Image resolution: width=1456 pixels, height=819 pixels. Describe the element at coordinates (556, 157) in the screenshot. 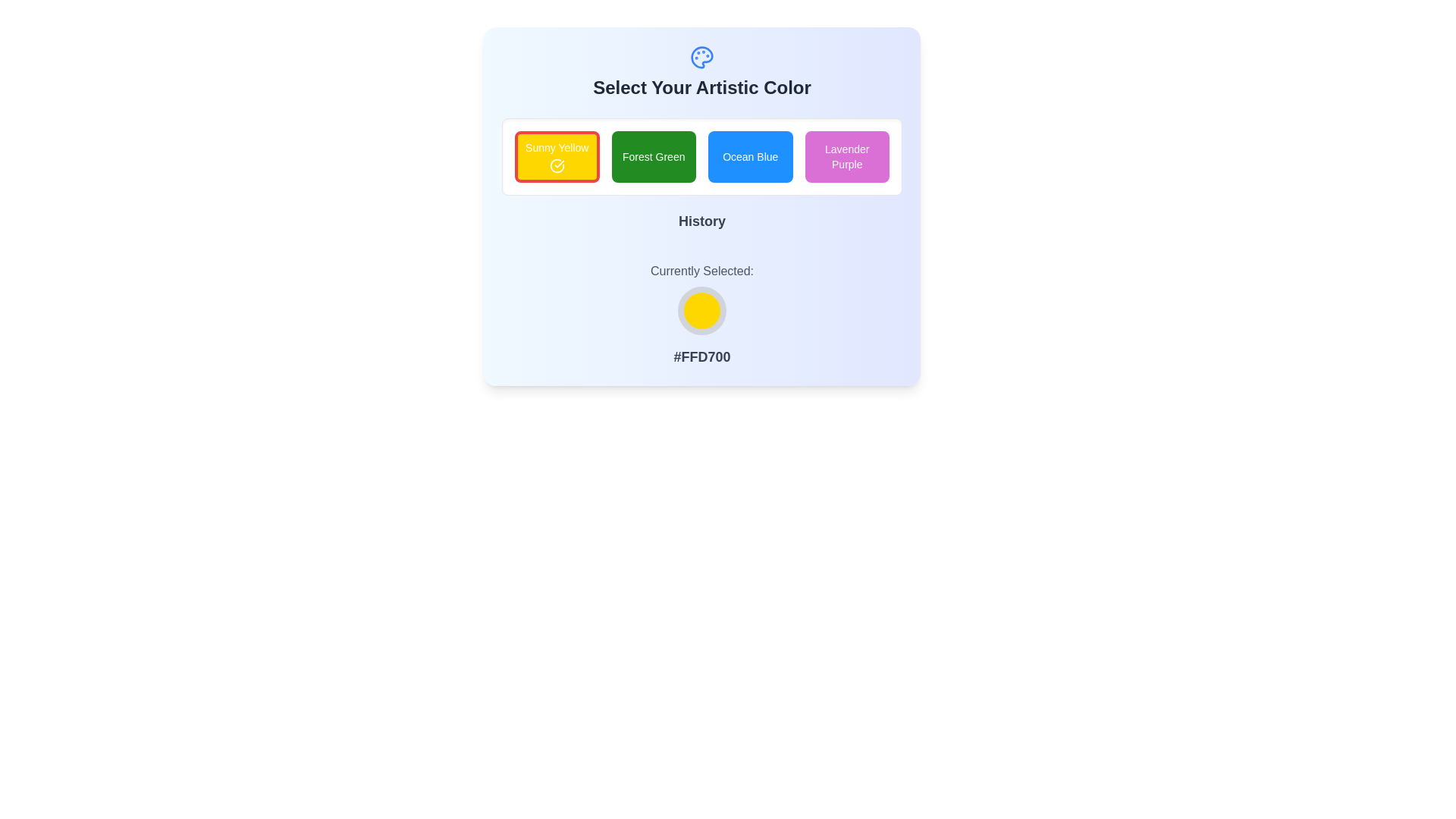

I see `the 'Sunny Yellow' color selection button, which is the first button in a horizontal row of four buttons` at that location.